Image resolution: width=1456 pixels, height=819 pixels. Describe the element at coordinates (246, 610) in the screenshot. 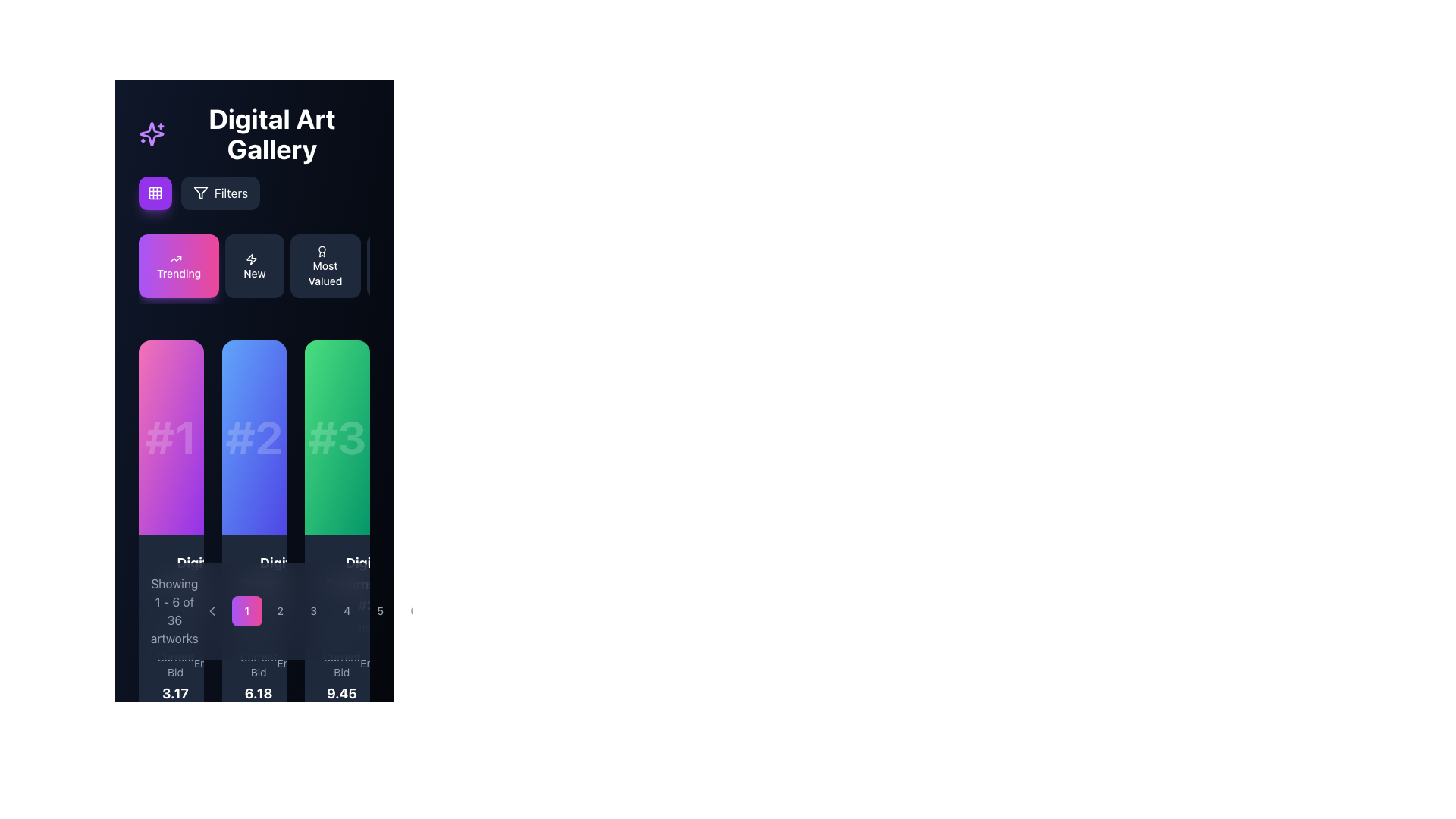

I see `the square button with a gradient background transitioning from purple to pink, displaying the number '1' in white` at that location.